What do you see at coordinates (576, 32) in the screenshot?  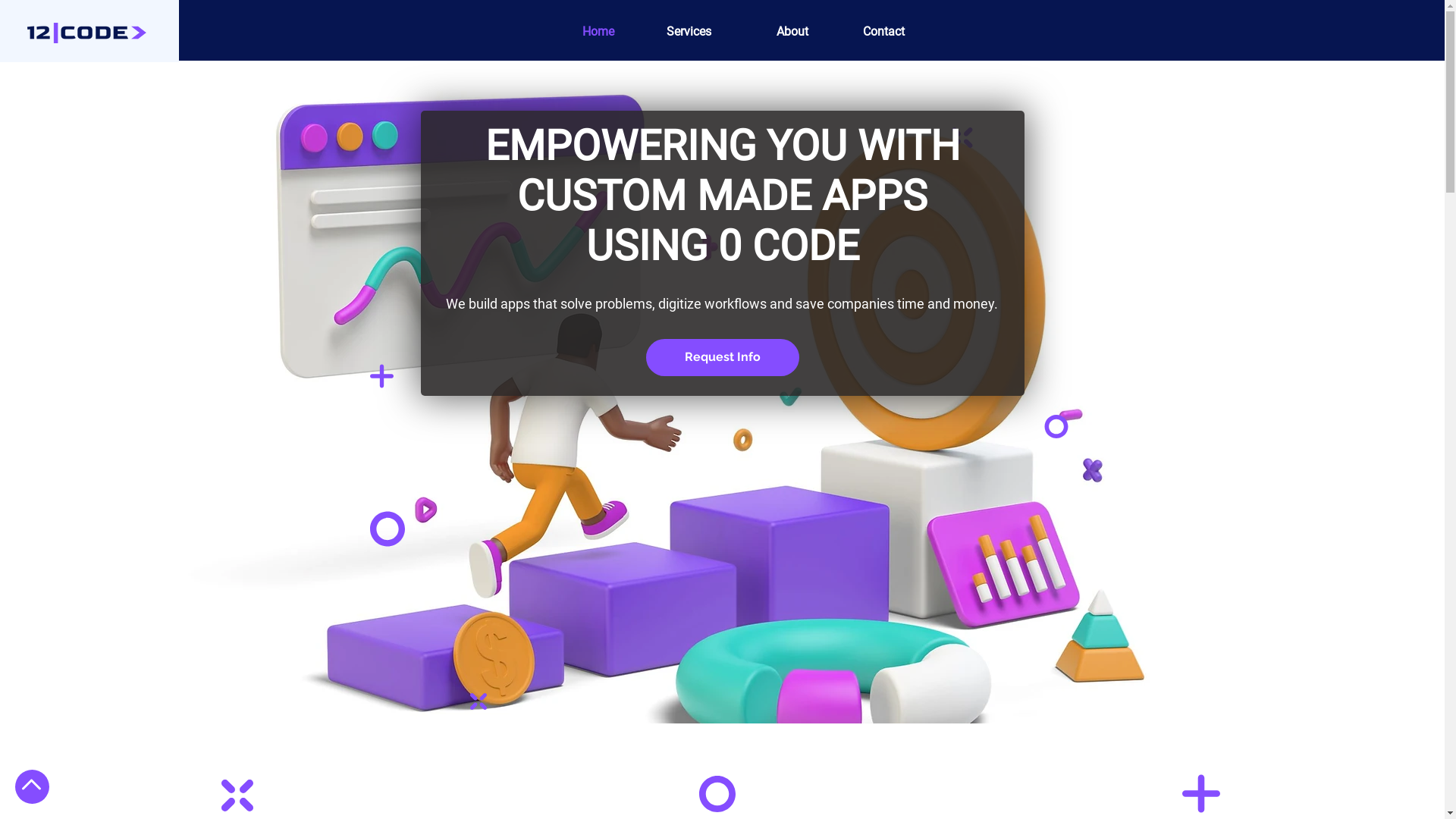 I see `'Home'` at bounding box center [576, 32].